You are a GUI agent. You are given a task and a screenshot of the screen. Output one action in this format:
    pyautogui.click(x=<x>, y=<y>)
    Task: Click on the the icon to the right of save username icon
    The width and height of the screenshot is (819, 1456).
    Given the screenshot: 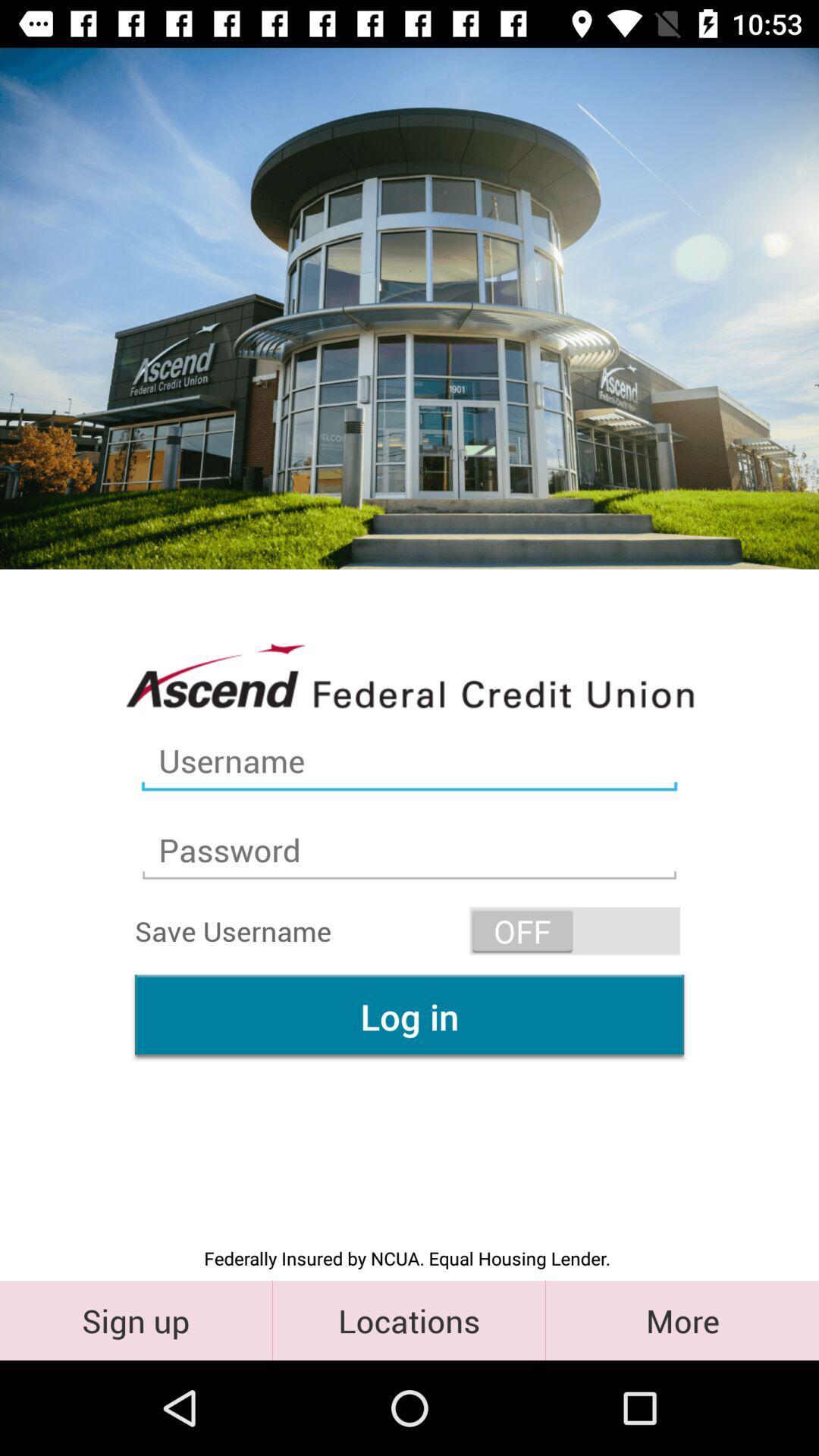 What is the action you would take?
    pyautogui.click(x=575, y=930)
    